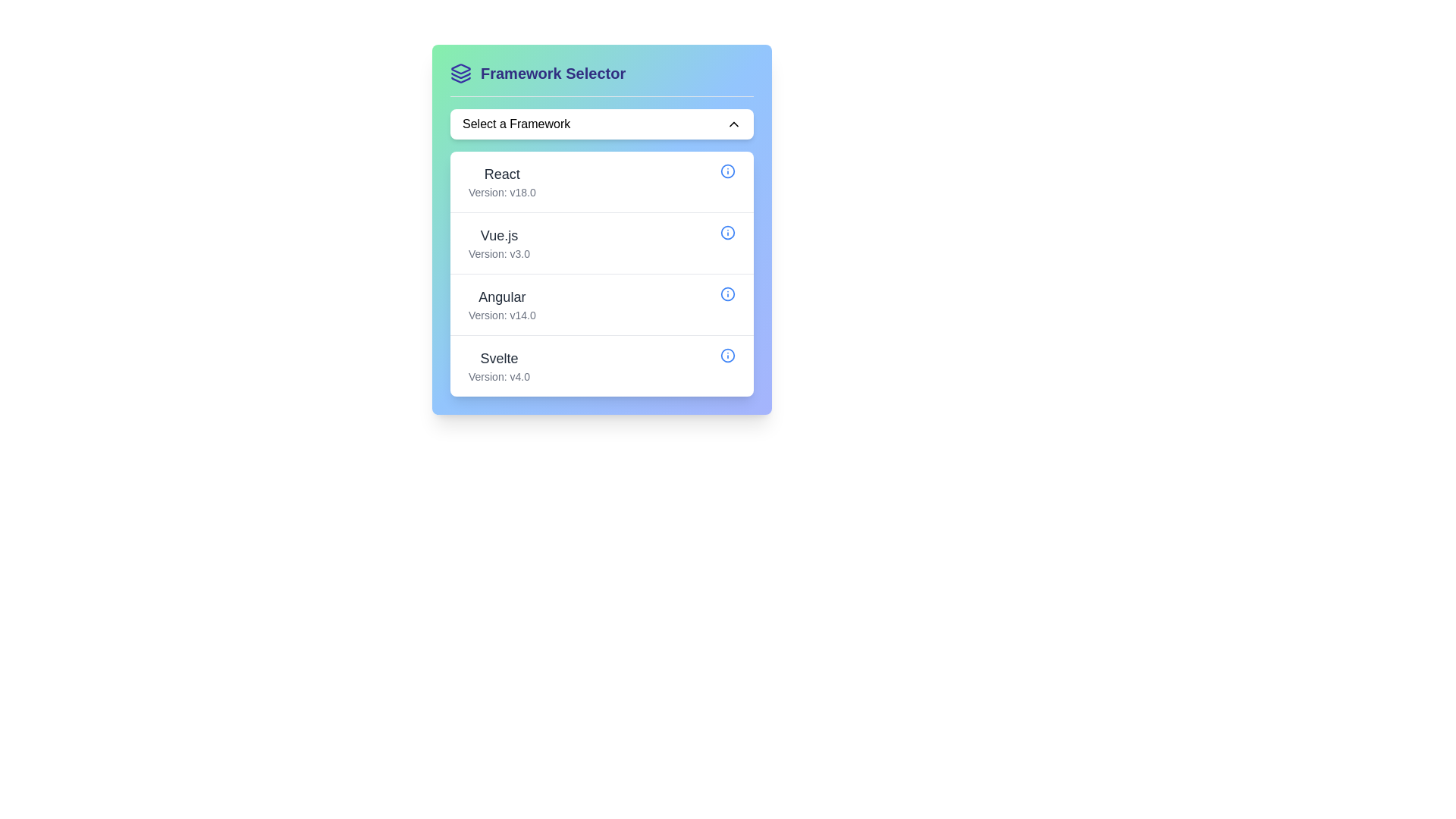 The image size is (1456, 819). What do you see at coordinates (499, 236) in the screenshot?
I see `text of the Text Label that serves as the title for the selectable framework option in the Framework Selector card UI component` at bounding box center [499, 236].